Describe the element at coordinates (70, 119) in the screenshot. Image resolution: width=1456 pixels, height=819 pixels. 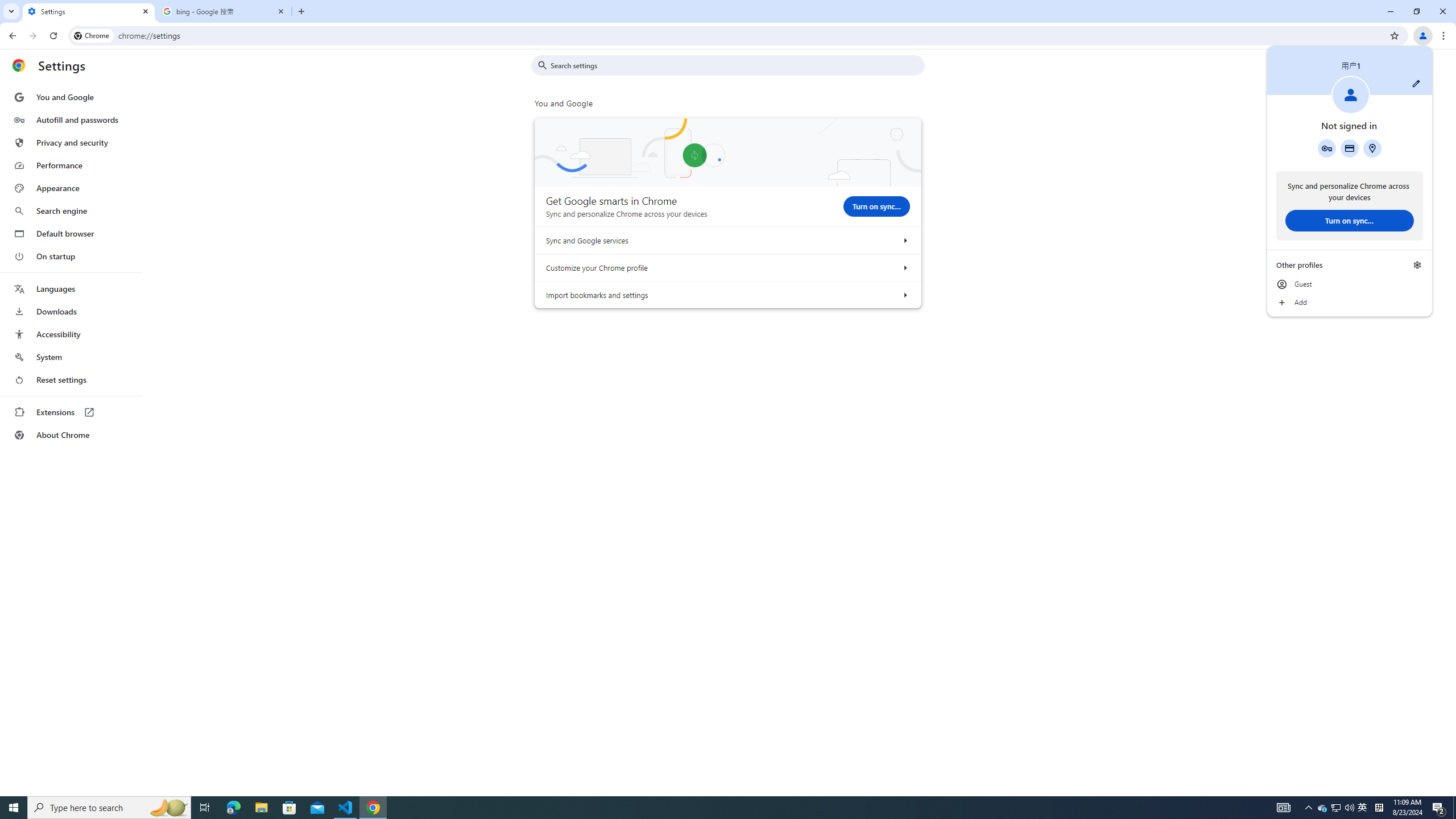
I see `'Autofill and passwords'` at that location.